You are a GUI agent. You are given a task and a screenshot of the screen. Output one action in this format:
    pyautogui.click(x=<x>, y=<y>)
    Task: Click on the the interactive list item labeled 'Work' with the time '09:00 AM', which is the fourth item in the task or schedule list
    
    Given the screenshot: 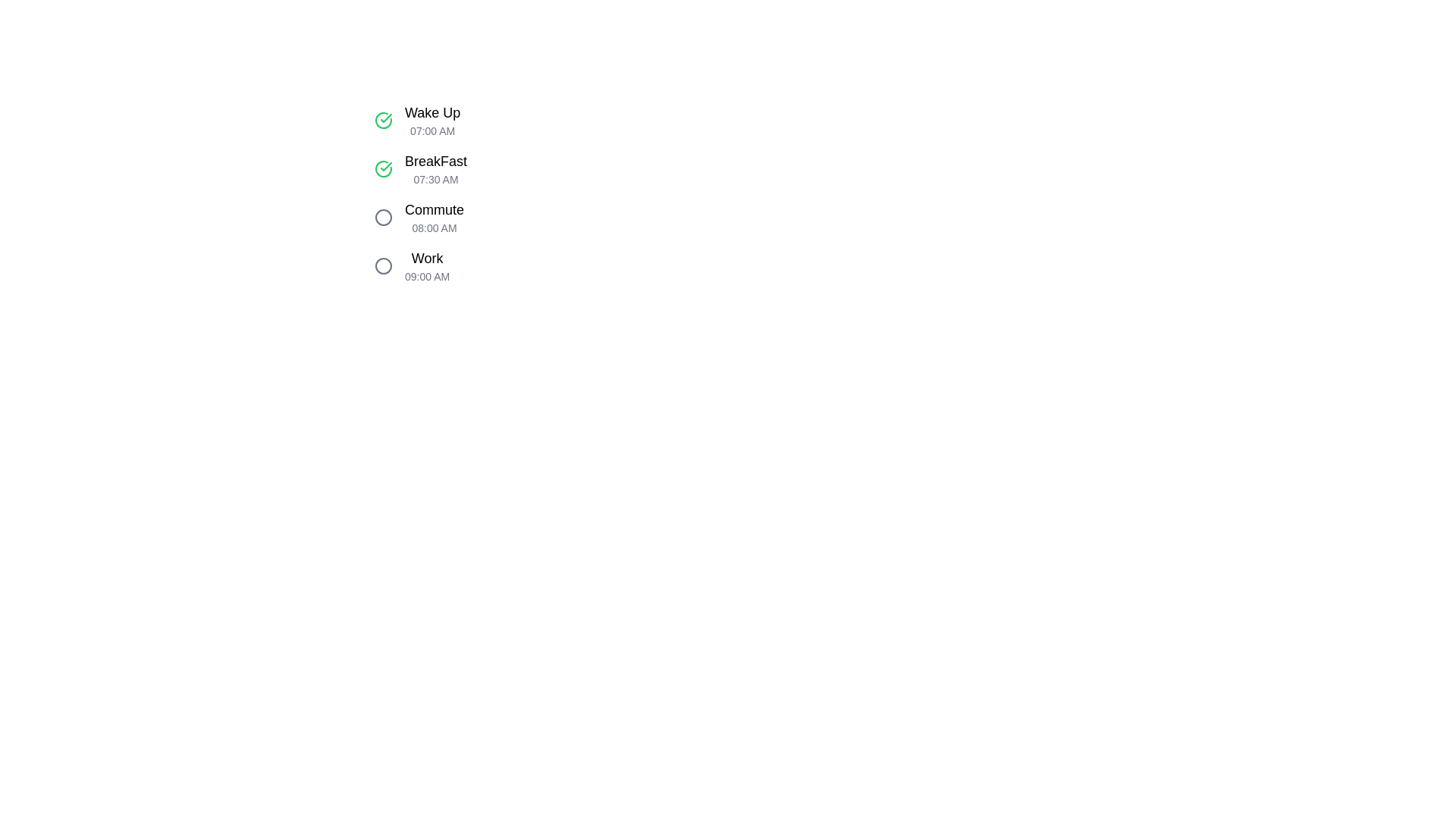 What is the action you would take?
    pyautogui.click(x=520, y=265)
    